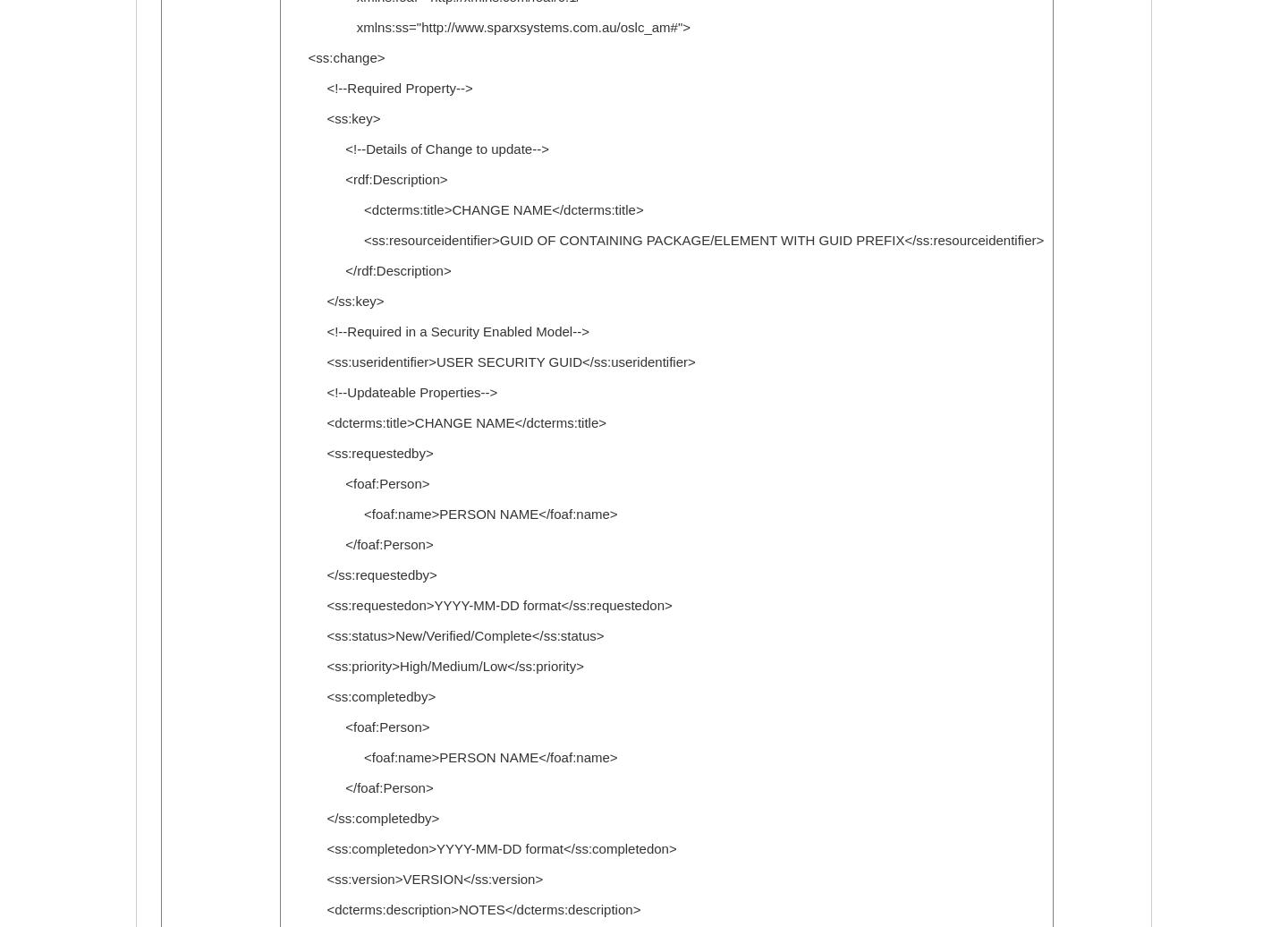  Describe the element at coordinates (665, 240) in the screenshot. I see `'<ss:resourceidentifier>GUID OF CONTAINING PACKAGE/ELEMENT WITH GUID PREFIX</ss:resourceidentifier>'` at that location.